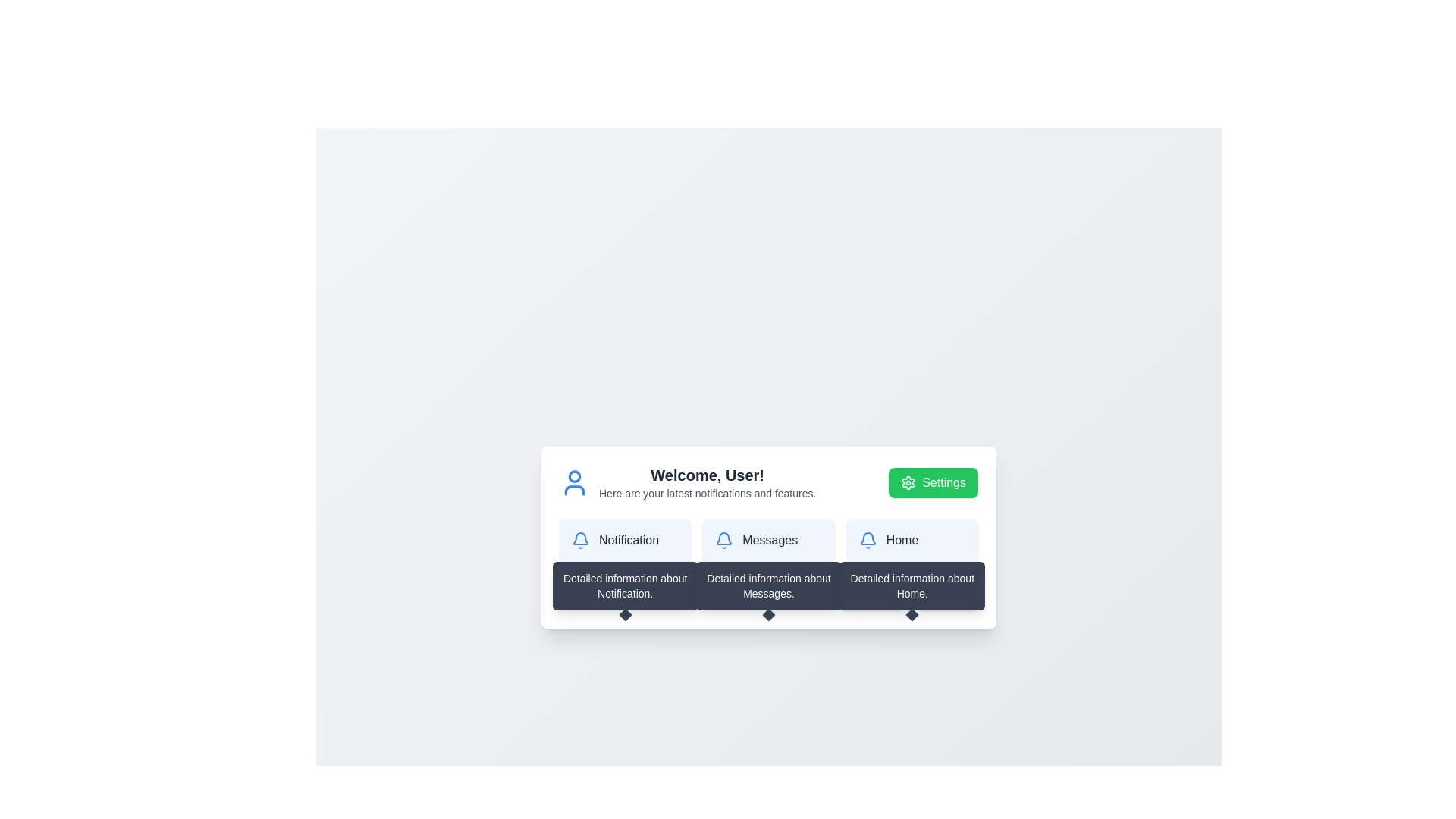  What do you see at coordinates (629, 540) in the screenshot?
I see `the text label displaying 'Notification' in dark gray, located in the left section of a horizontal group, adjacent to a bell icon` at bounding box center [629, 540].